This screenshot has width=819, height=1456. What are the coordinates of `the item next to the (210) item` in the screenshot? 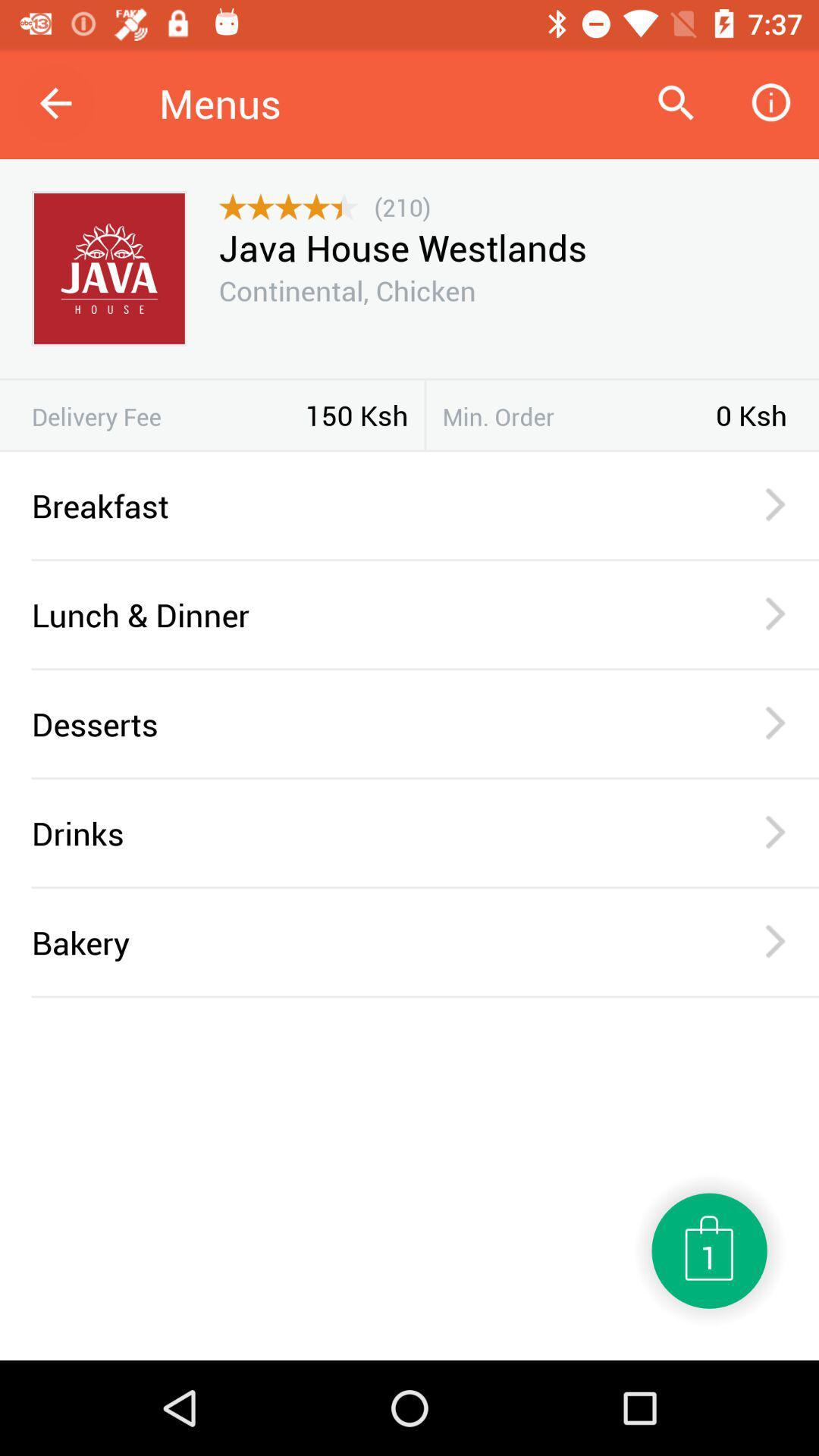 It's located at (288, 206).